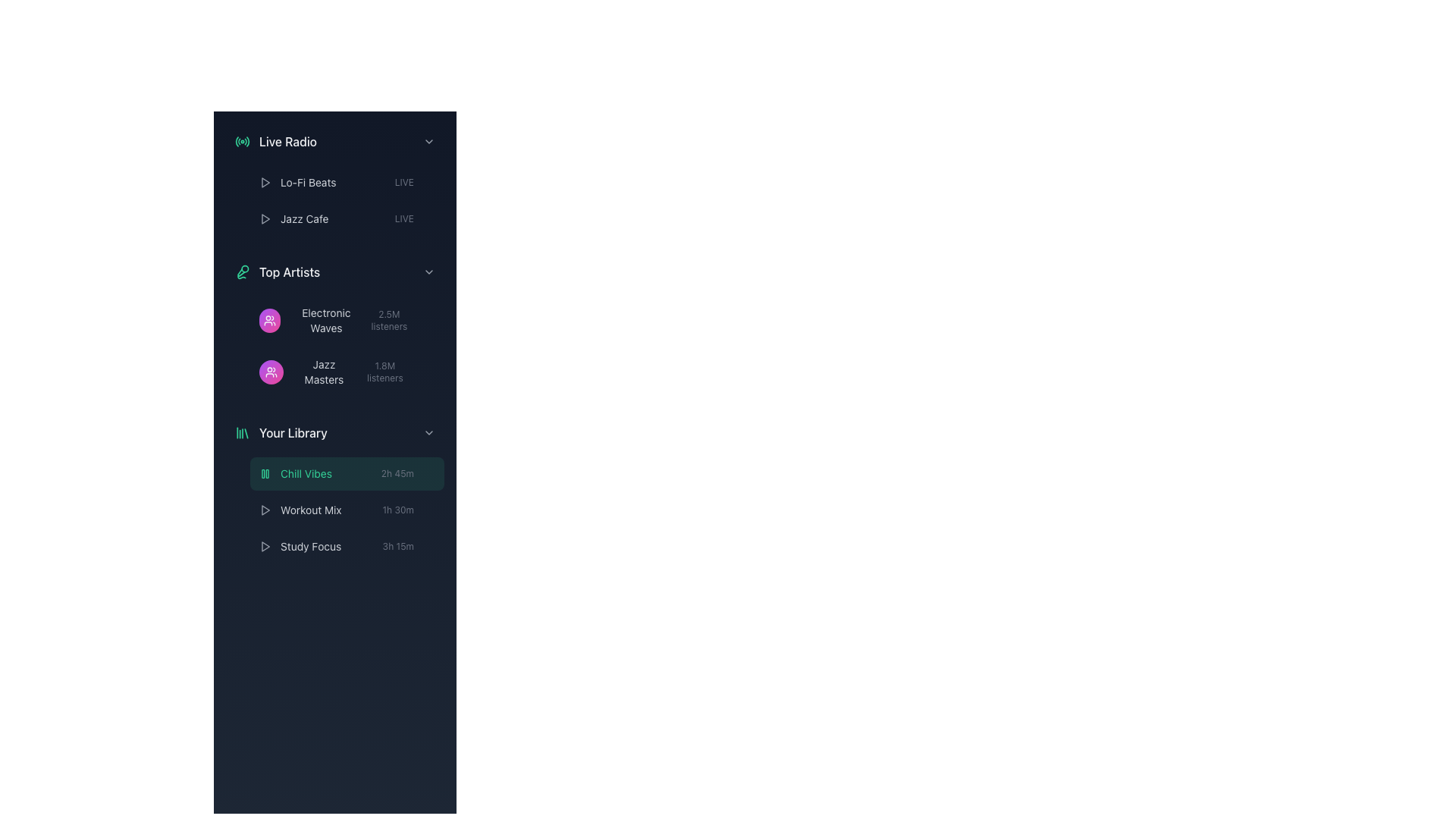  Describe the element at coordinates (303, 219) in the screenshot. I see `the 'Jazz Cafe' label, which is located in the 'Live Radio' section beneath the 'Lo-Fi Beats' entry, displaying information about a live radio station` at that location.